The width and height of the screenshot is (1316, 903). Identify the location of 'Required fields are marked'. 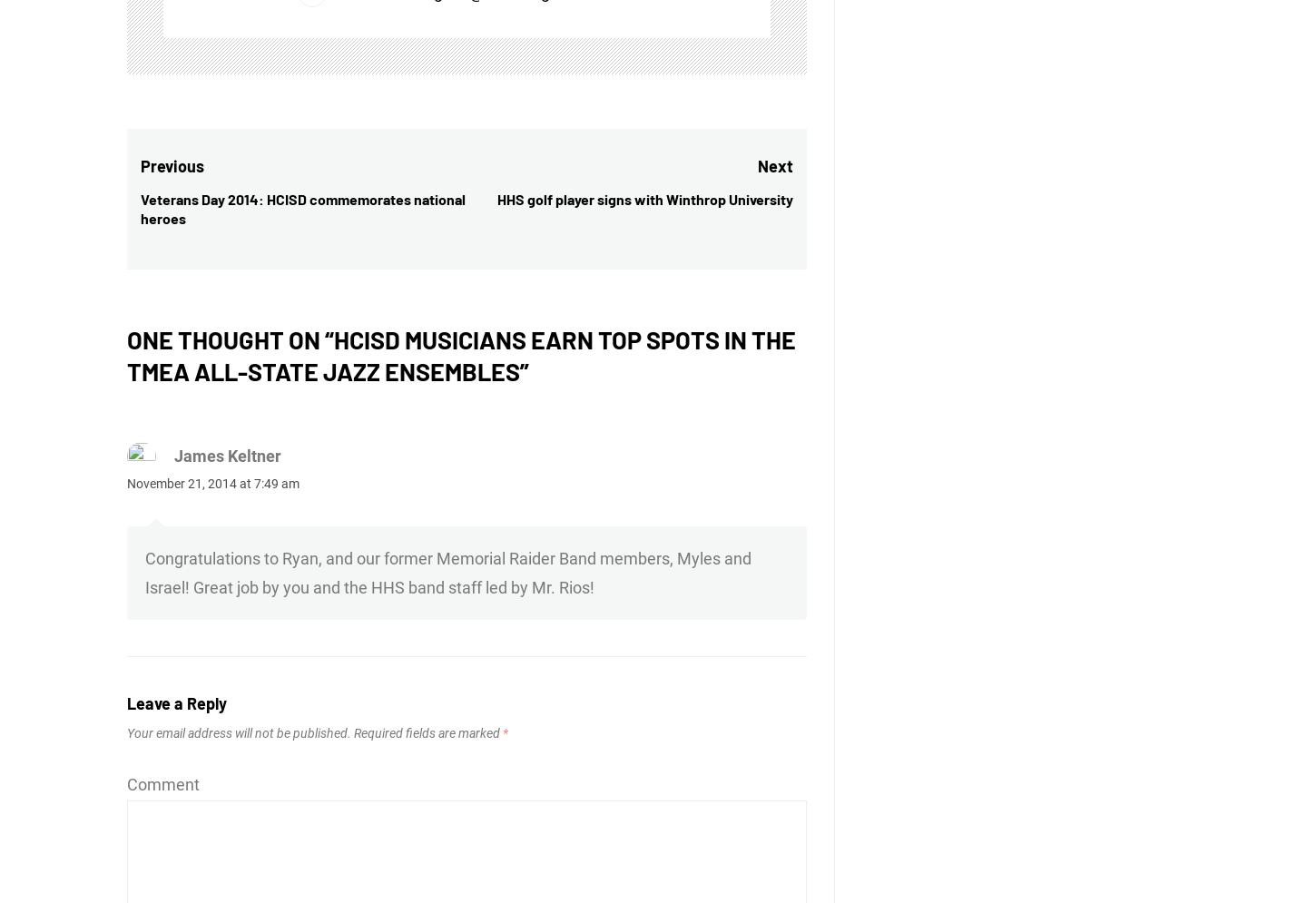
(426, 732).